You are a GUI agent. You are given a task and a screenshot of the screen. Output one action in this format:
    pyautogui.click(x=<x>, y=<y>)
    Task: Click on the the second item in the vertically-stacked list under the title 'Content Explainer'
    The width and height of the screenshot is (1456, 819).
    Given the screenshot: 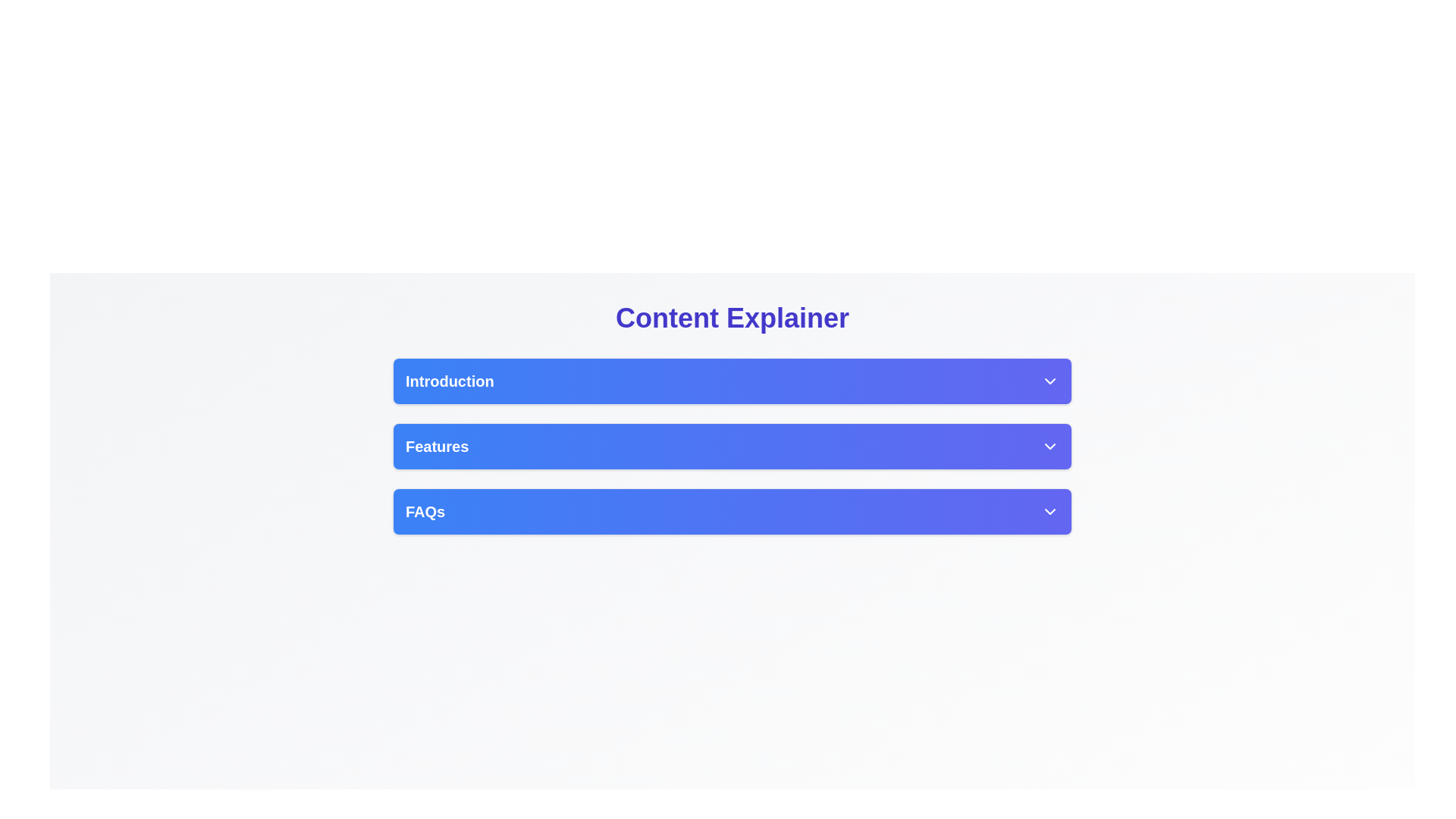 What is the action you would take?
    pyautogui.click(x=732, y=446)
    